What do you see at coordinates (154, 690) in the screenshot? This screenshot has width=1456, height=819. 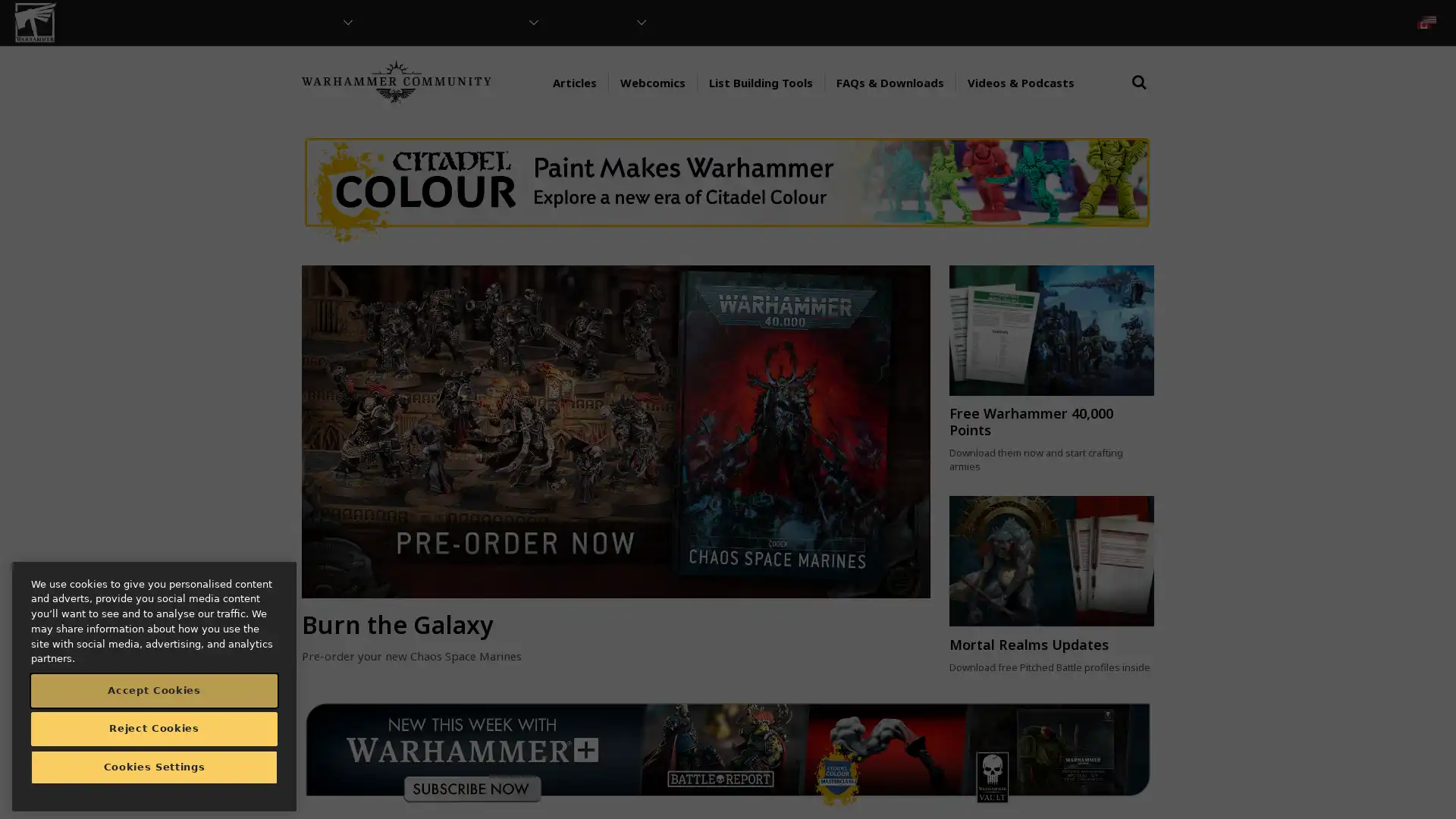 I see `Accept Cookies` at bounding box center [154, 690].